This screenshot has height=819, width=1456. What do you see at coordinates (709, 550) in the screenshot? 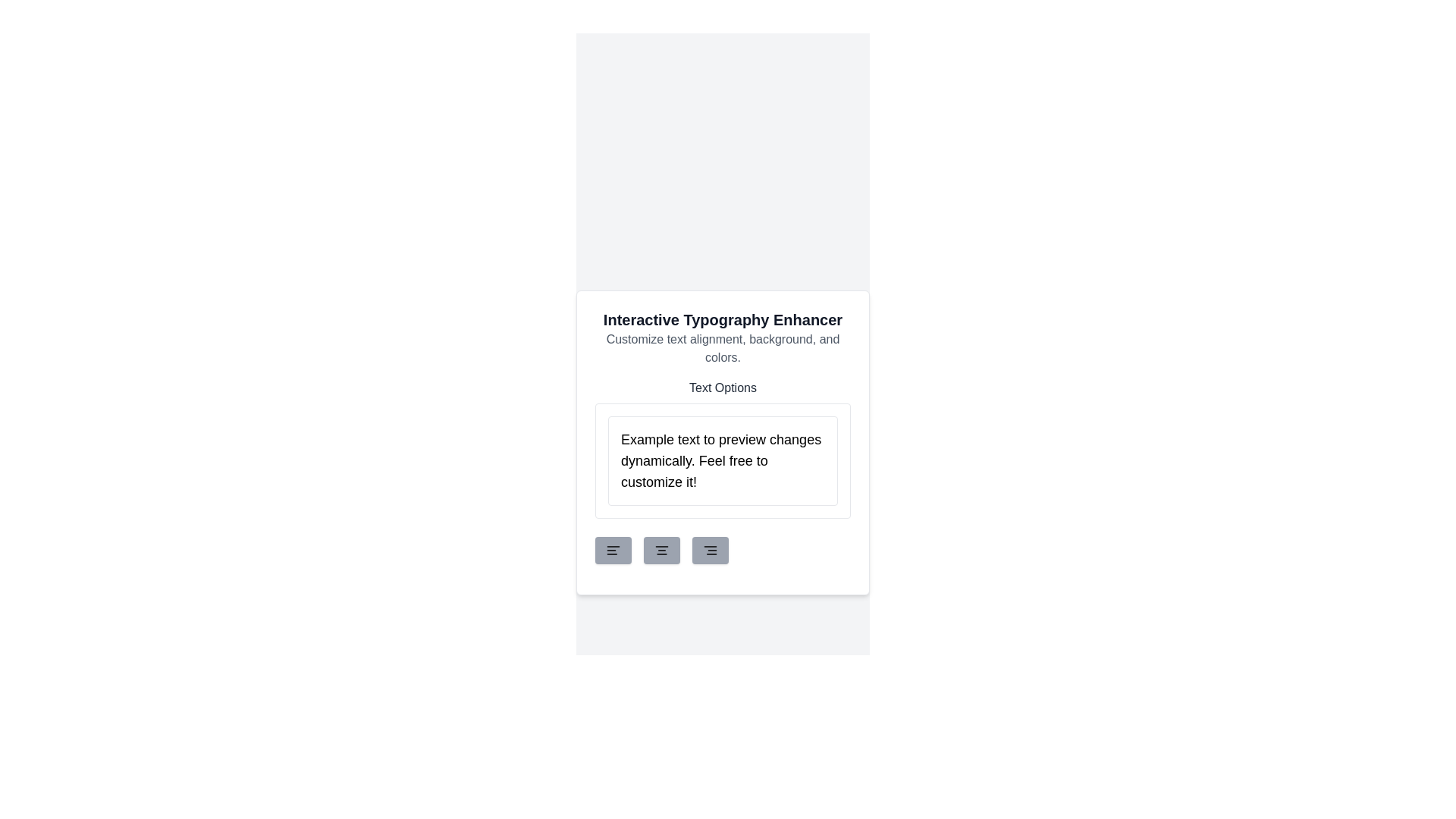
I see `the right-aligned icon button with three horizontal lines that resembles text alignment markers` at bounding box center [709, 550].